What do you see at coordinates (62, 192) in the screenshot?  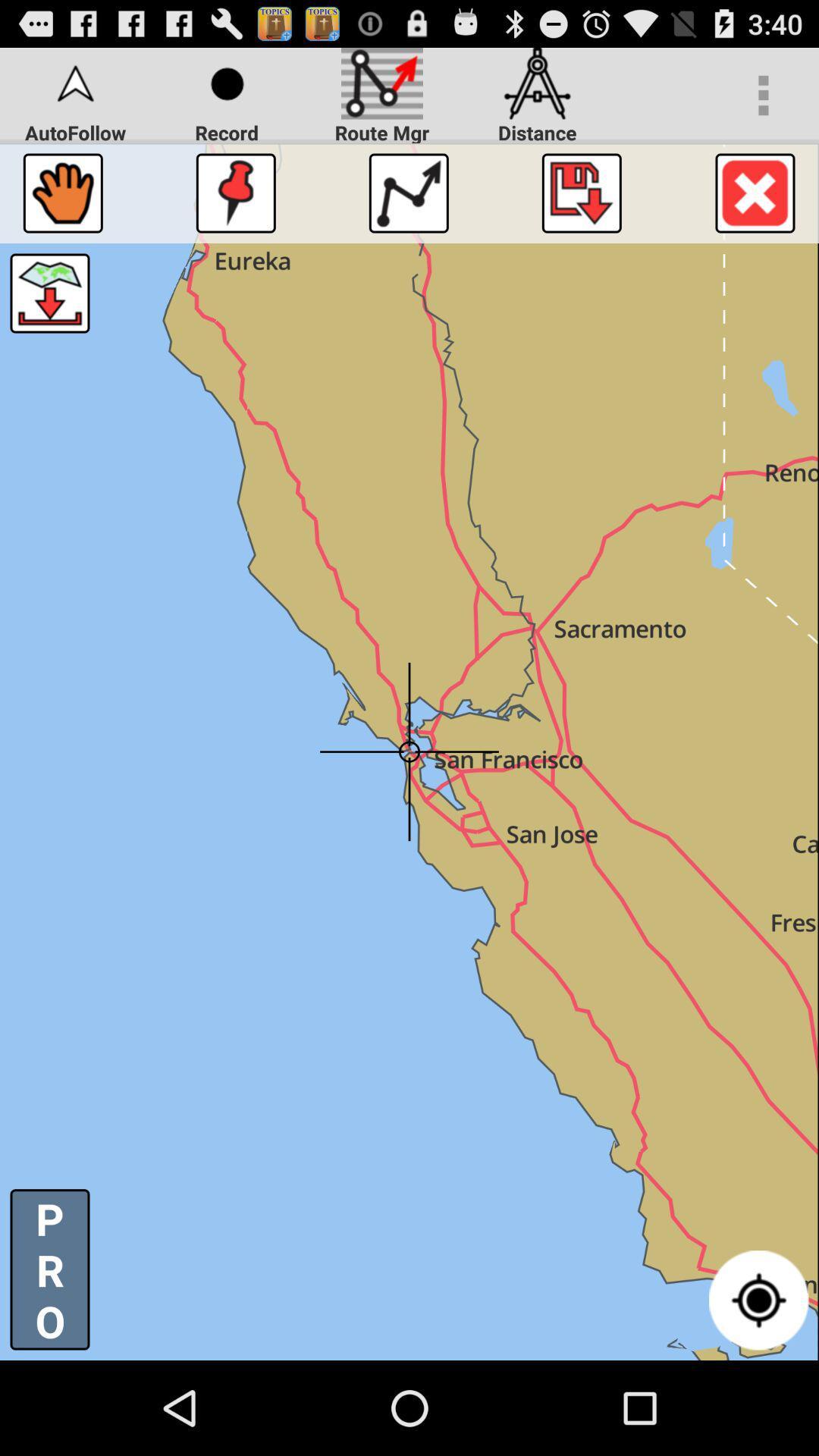 I see `the app below autofollow` at bounding box center [62, 192].